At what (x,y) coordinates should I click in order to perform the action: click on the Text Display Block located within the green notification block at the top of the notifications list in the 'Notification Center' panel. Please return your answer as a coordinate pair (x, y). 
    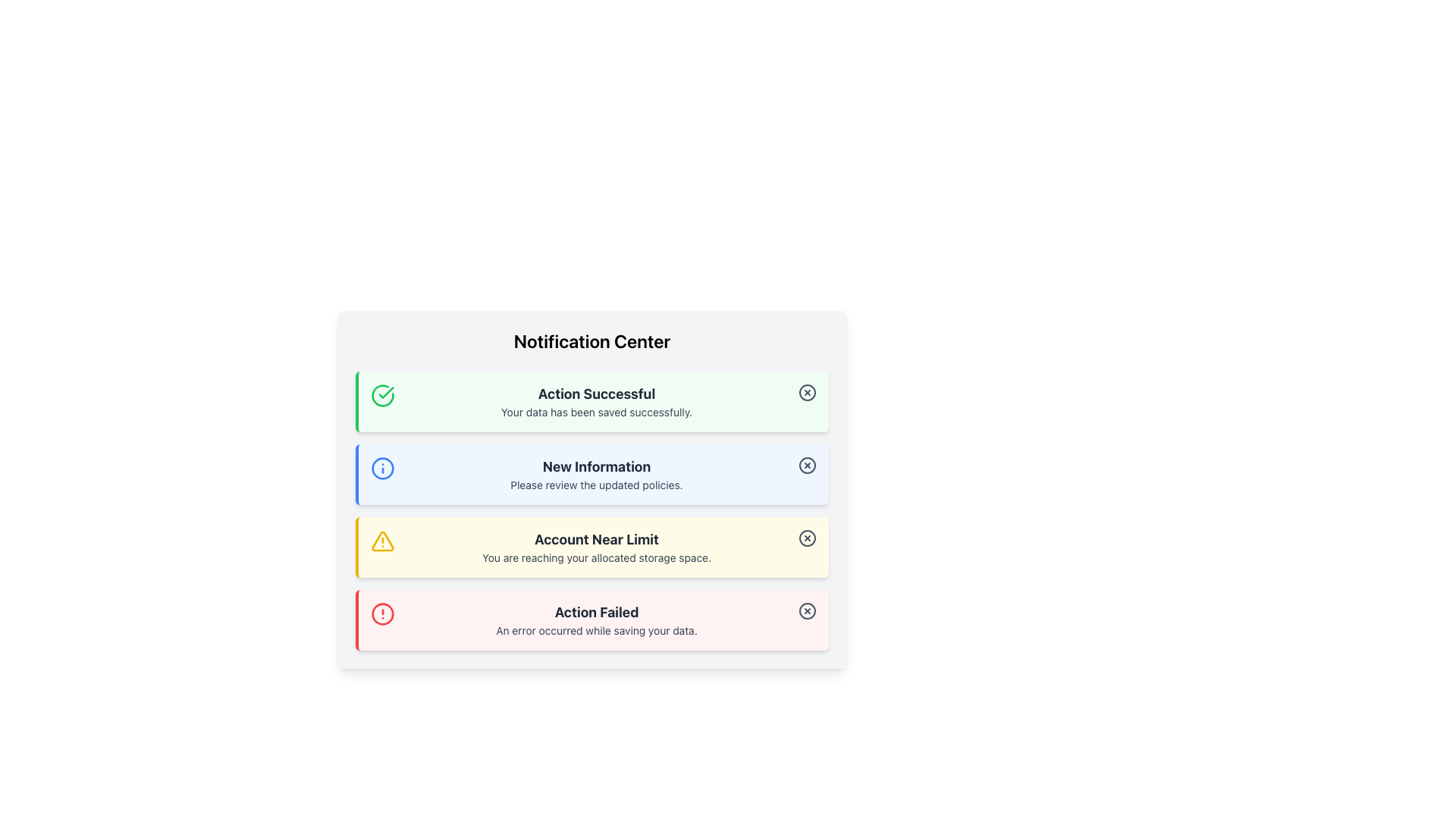
    Looking at the image, I should click on (596, 400).